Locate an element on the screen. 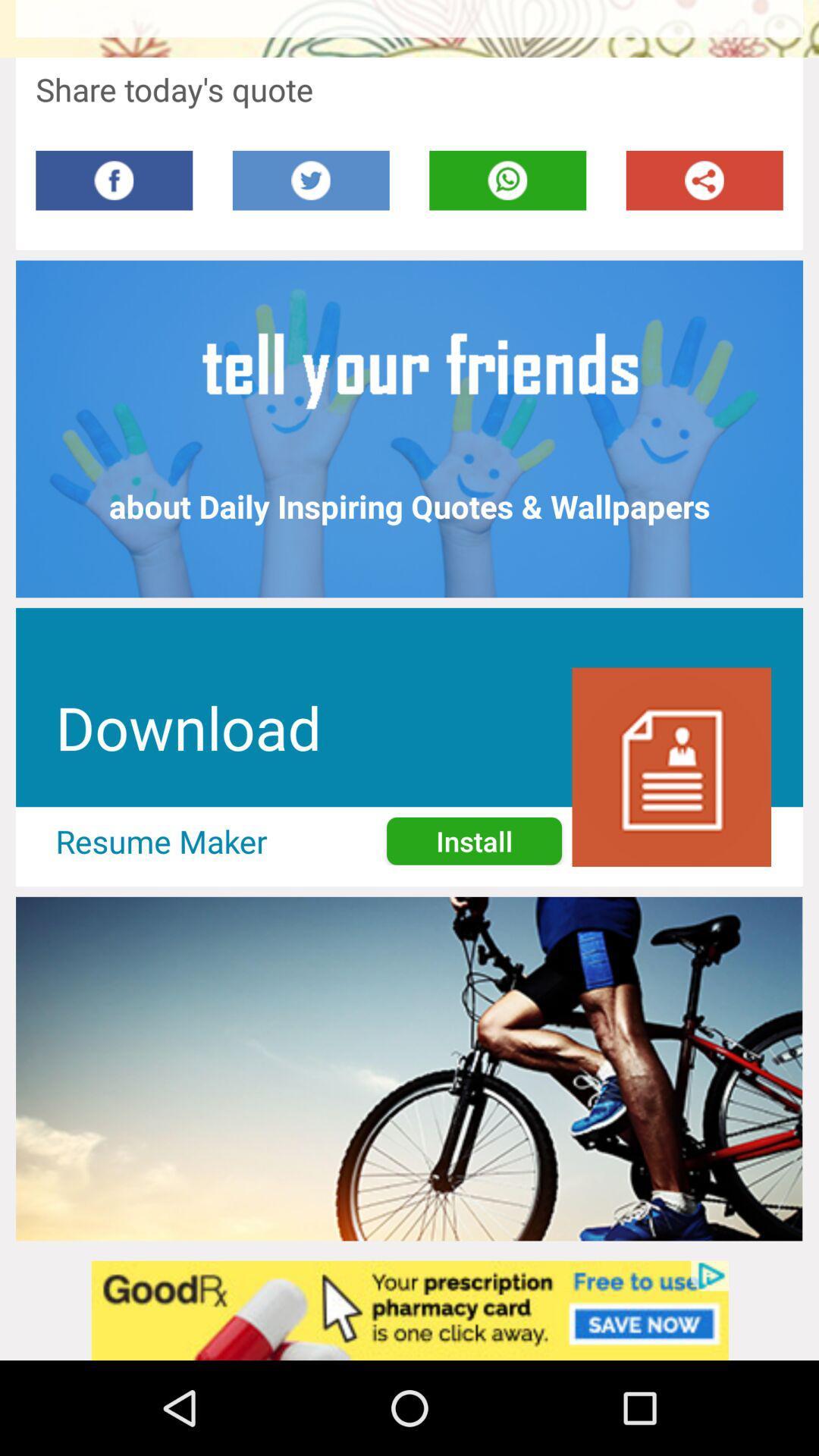 This screenshot has width=819, height=1456. mobile option is located at coordinates (507, 180).